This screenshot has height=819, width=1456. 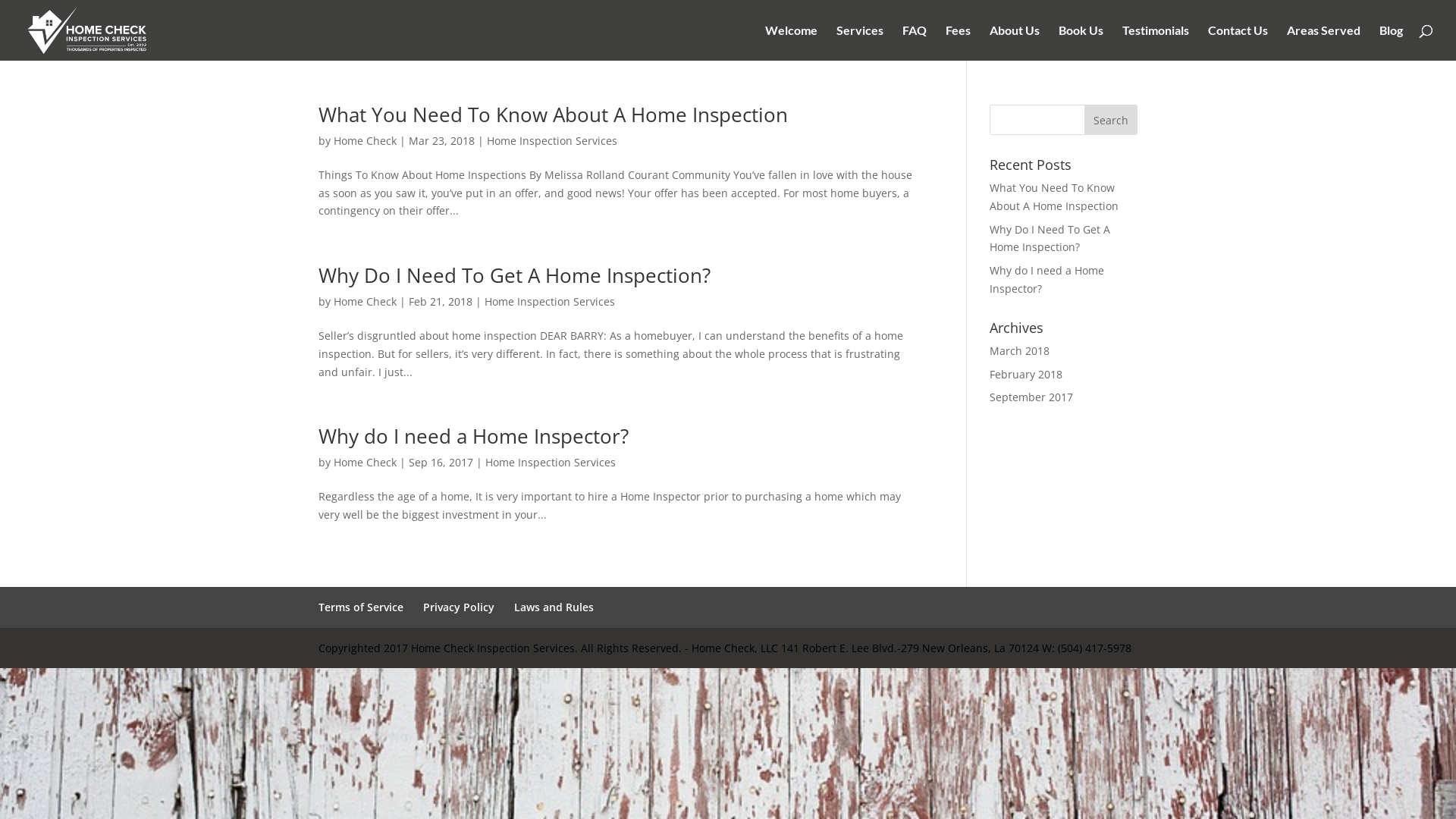 I want to click on 'September 2017', so click(x=1031, y=396).